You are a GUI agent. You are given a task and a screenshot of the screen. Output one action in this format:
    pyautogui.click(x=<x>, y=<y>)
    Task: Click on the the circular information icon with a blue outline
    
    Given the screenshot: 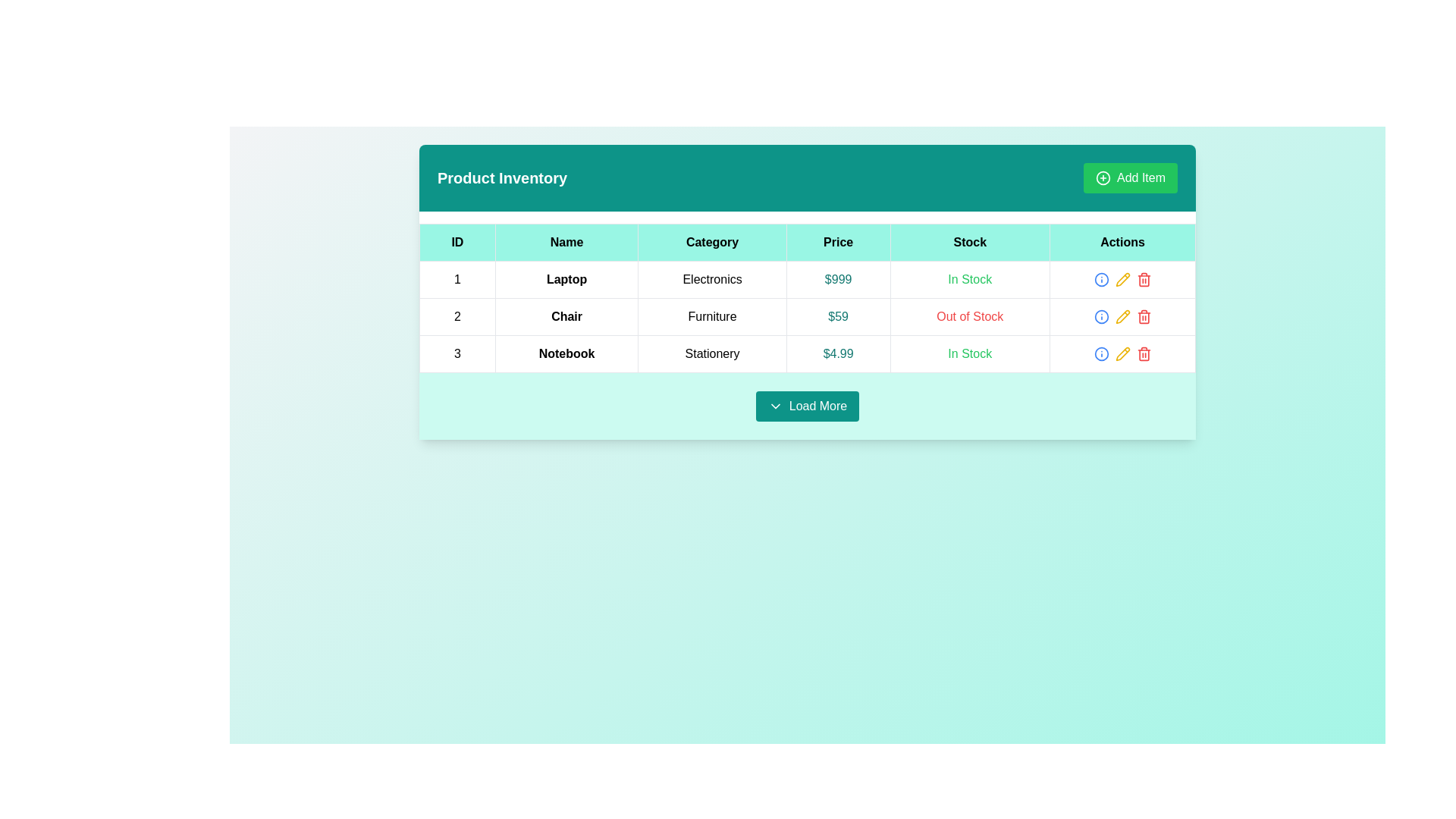 What is the action you would take?
    pyautogui.click(x=1101, y=280)
    